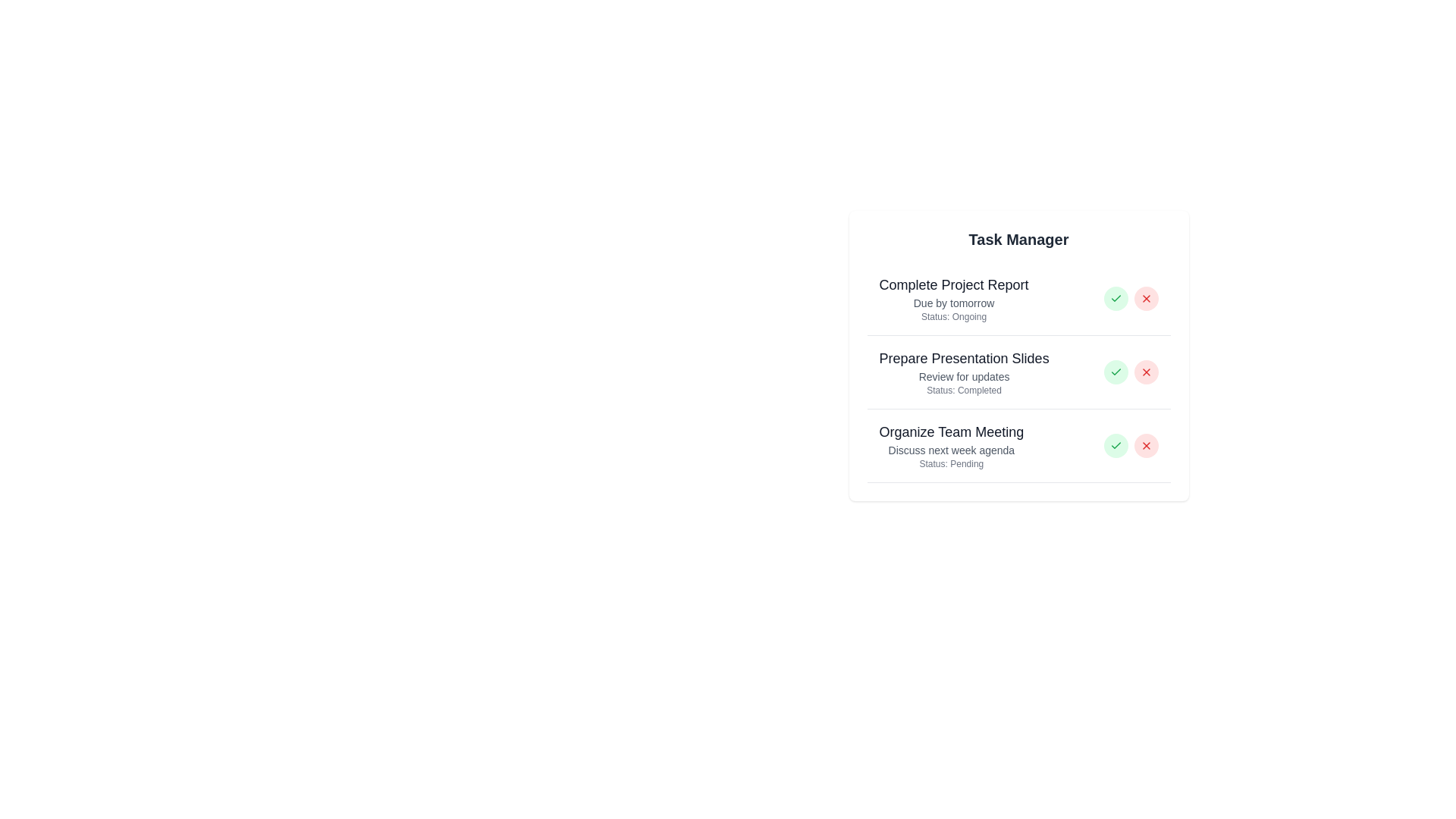 The height and width of the screenshot is (819, 1456). Describe the element at coordinates (1131, 444) in the screenshot. I see `the red cross icon in the Action Buttons Group at the bottom of the 'Organize Team Meeting' task card to discard the task` at that location.